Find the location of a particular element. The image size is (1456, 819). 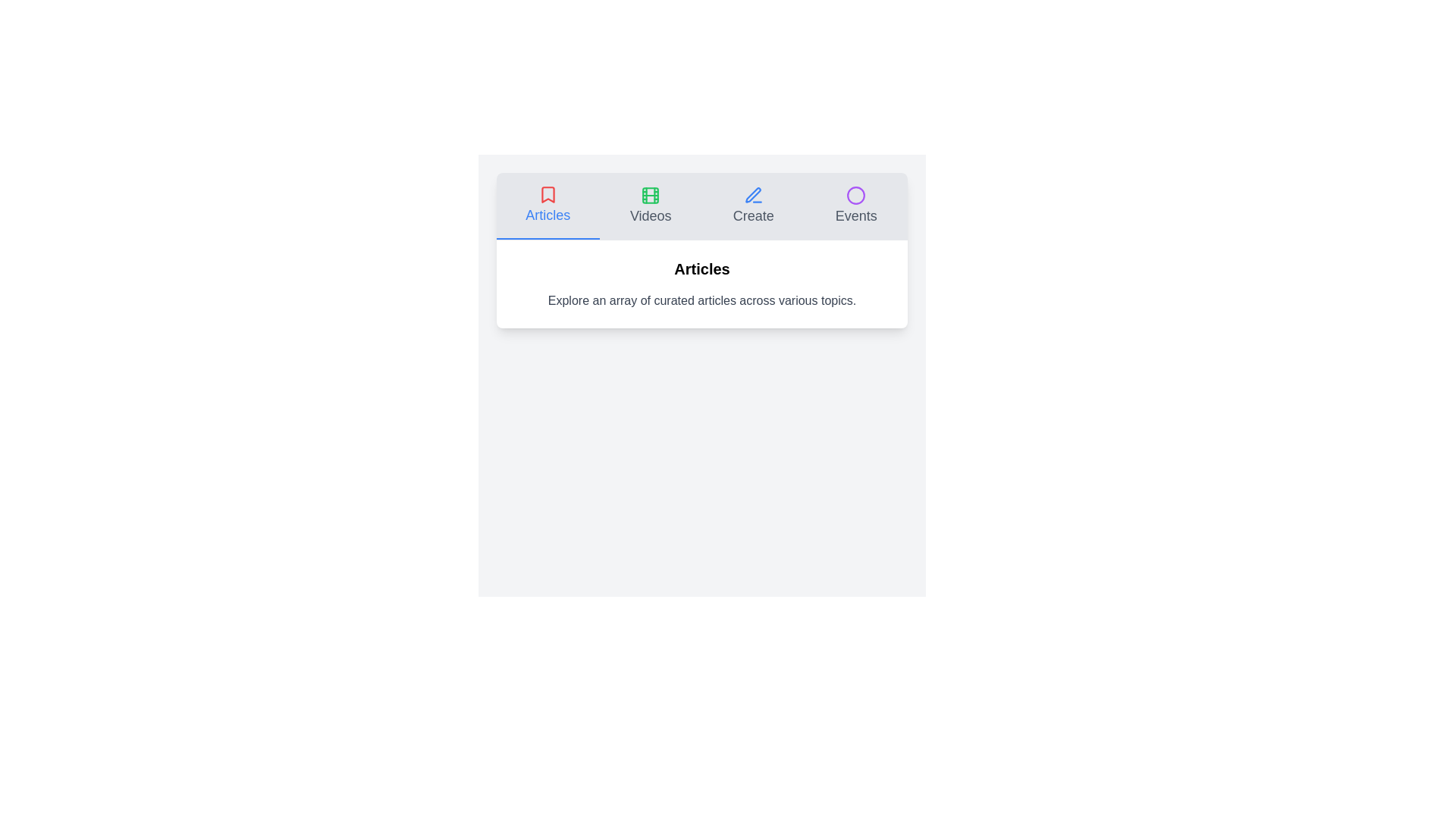

the tab labeled Articles to observe the hover effect is located at coordinates (547, 206).